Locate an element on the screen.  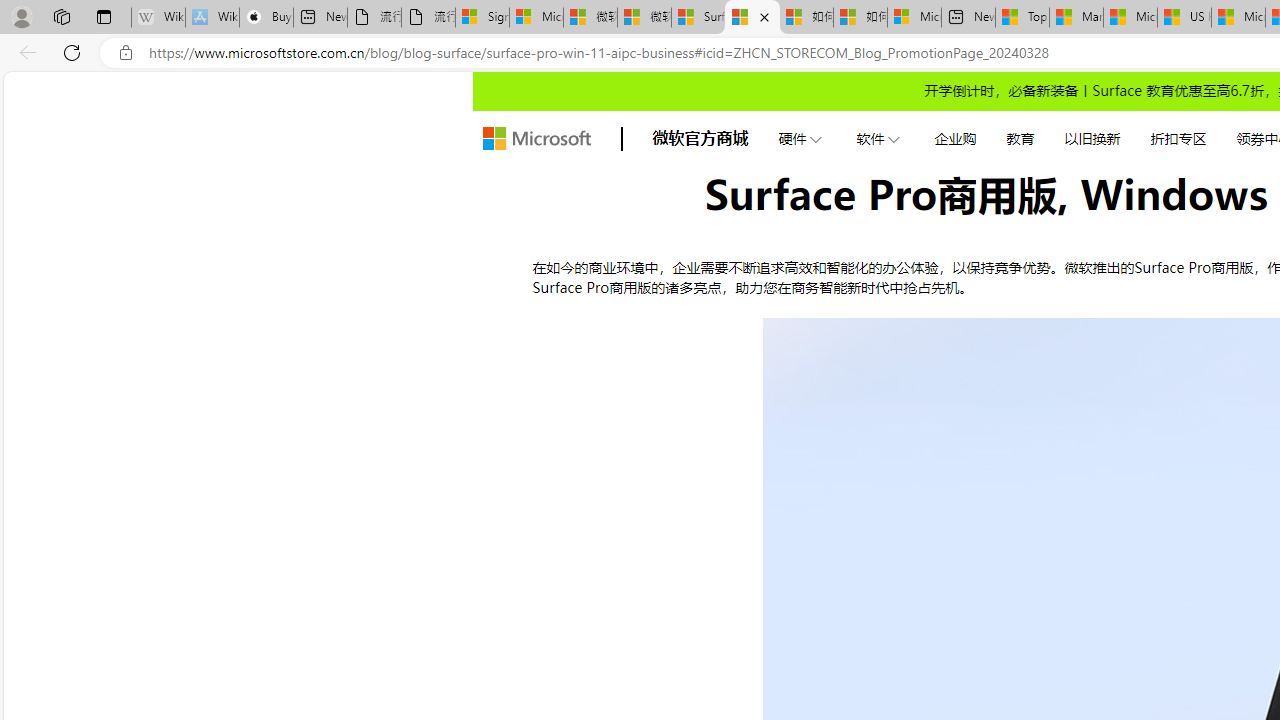
'store logo' is located at coordinates (536, 137).